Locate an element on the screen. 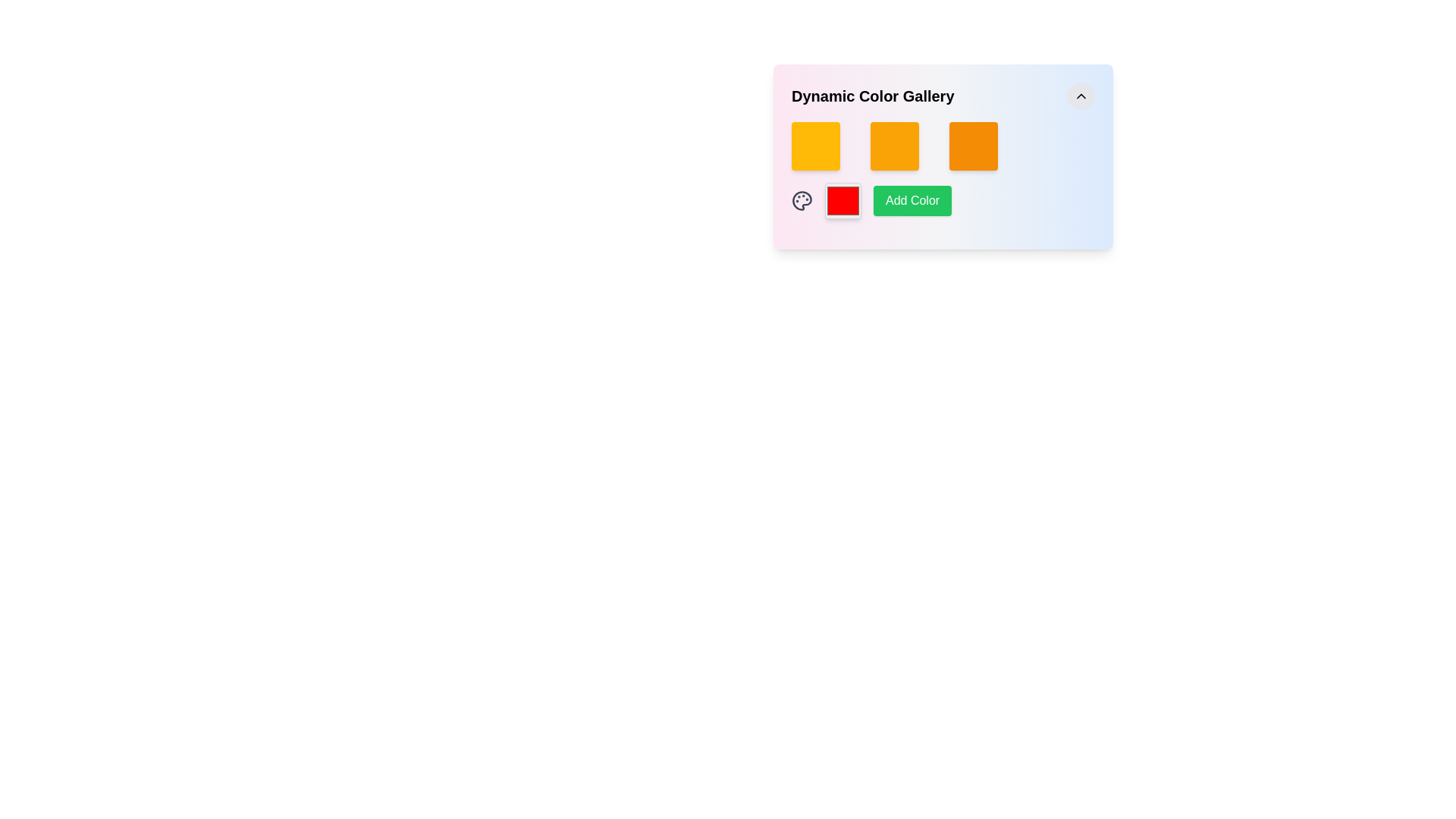 Image resolution: width=1456 pixels, height=819 pixels. the button that allows users to add a color to a gallery, located to the right of a red square swatch and below a row of orange color swatches is located at coordinates (912, 200).